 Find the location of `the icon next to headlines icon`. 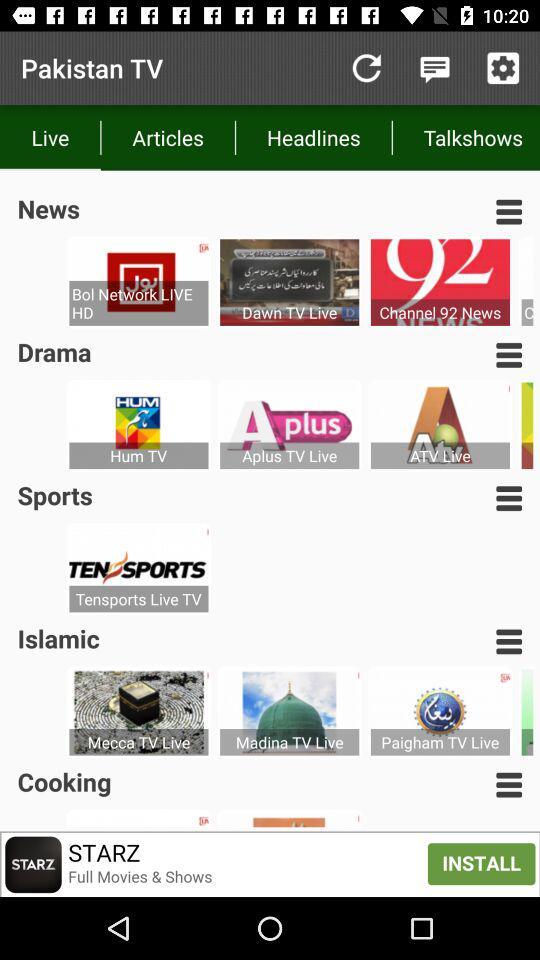

the icon next to headlines icon is located at coordinates (466, 136).